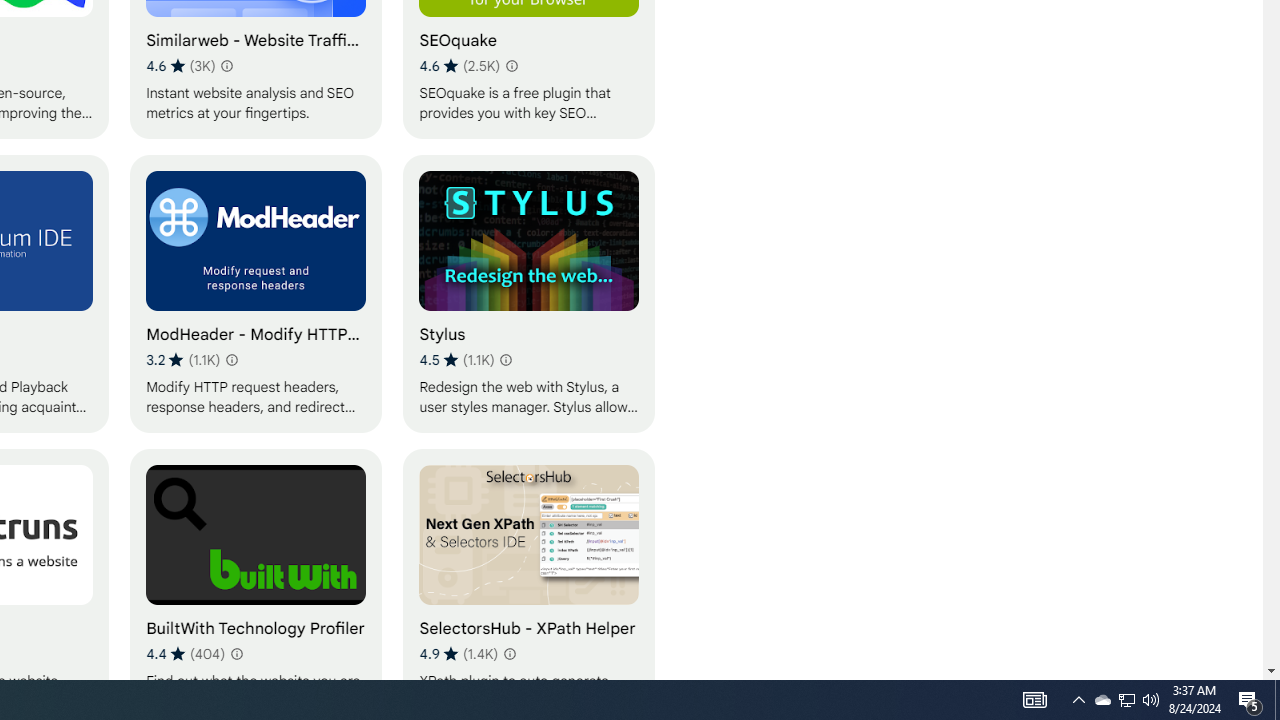 The height and width of the screenshot is (720, 1280). What do you see at coordinates (529, 293) in the screenshot?
I see `'Stylus'` at bounding box center [529, 293].